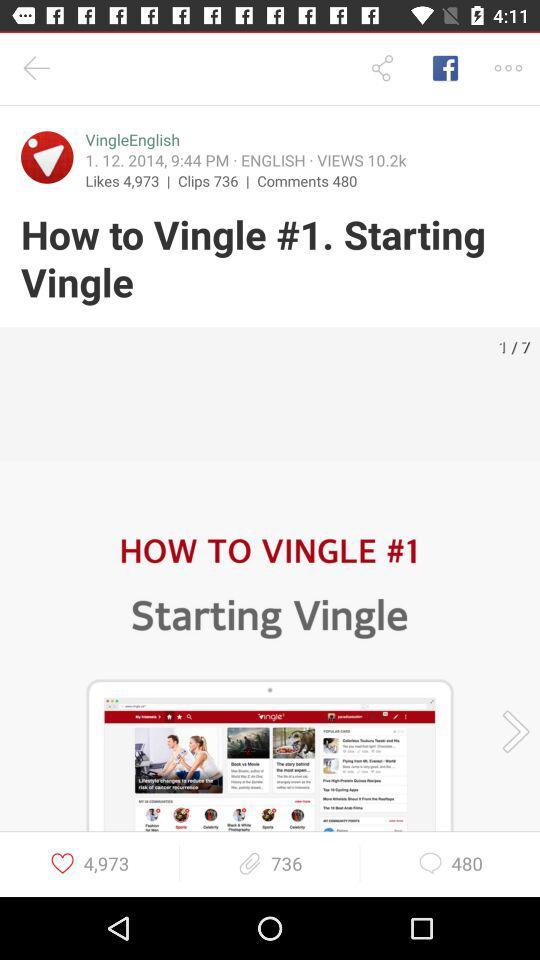  What do you see at coordinates (307, 179) in the screenshot?
I see `the icon below 1 12 2014` at bounding box center [307, 179].